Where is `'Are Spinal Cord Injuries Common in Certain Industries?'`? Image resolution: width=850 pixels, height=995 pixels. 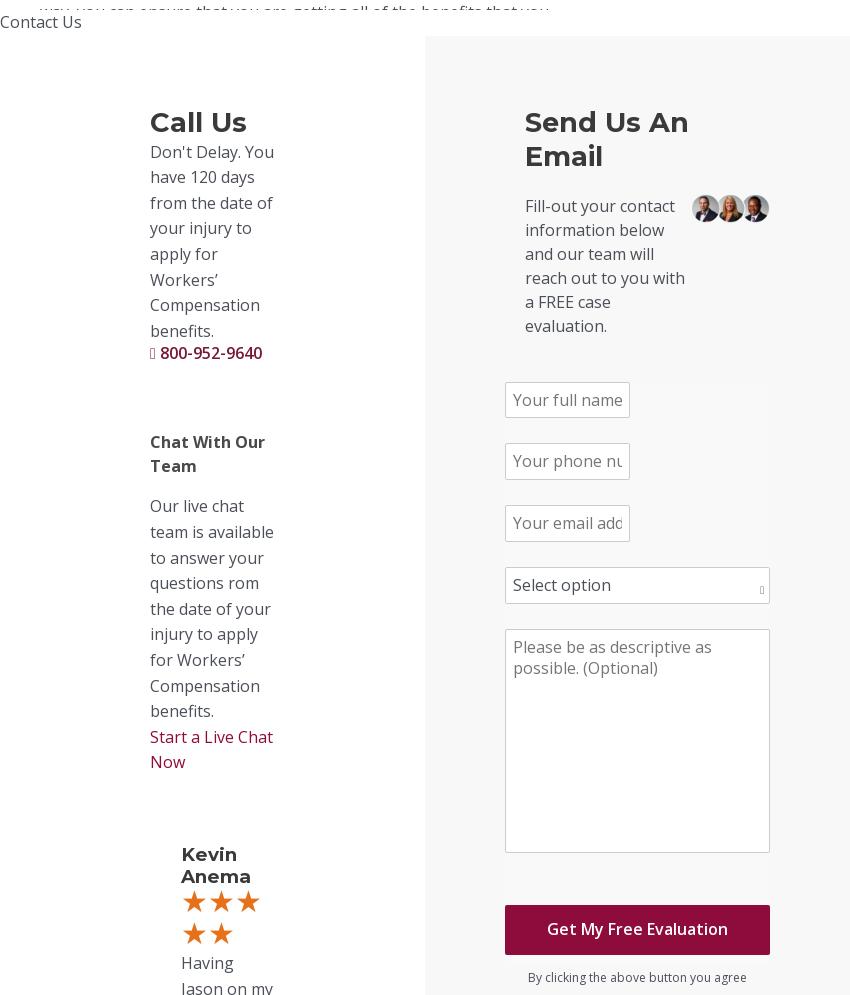 'Are Spinal Cord Injuries Common in Certain Industries?' is located at coordinates (39, 564).